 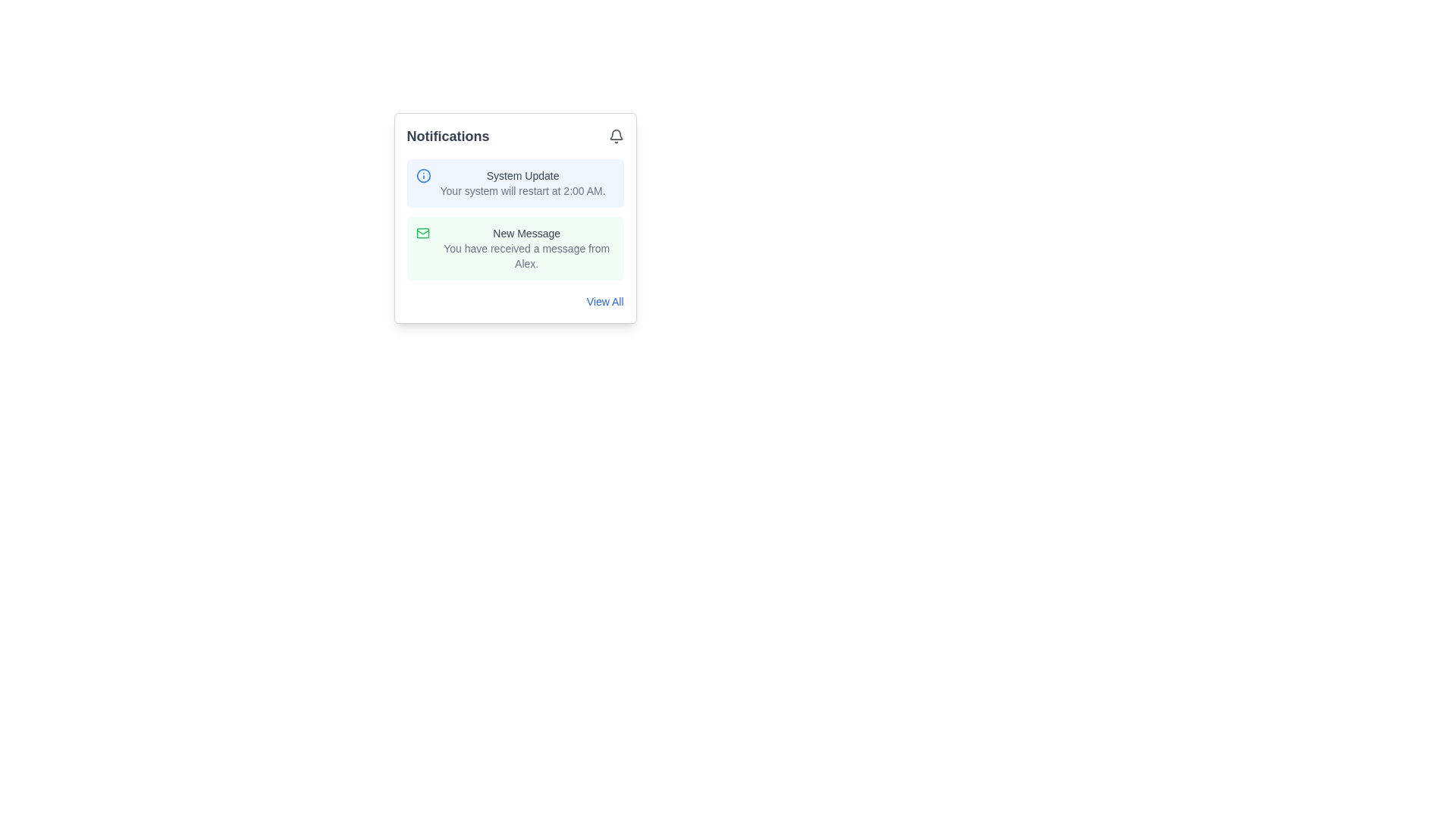 I want to click on the 'View All' link in blue color located at the bottom-right corner of the notification pop-up box, so click(x=604, y=301).